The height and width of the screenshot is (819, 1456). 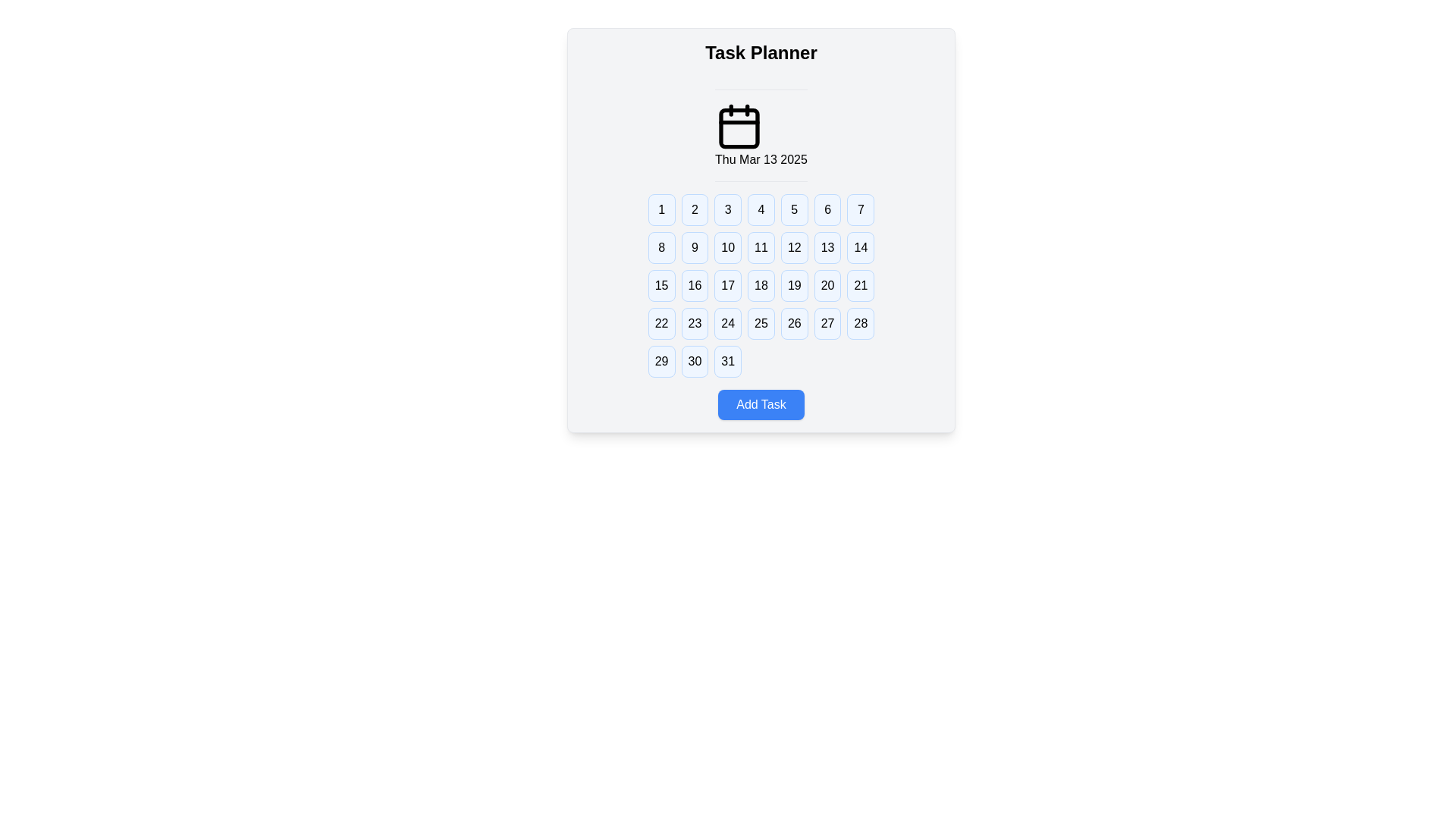 I want to click on the button representing the date '22' in the calendar view, so click(x=661, y=323).